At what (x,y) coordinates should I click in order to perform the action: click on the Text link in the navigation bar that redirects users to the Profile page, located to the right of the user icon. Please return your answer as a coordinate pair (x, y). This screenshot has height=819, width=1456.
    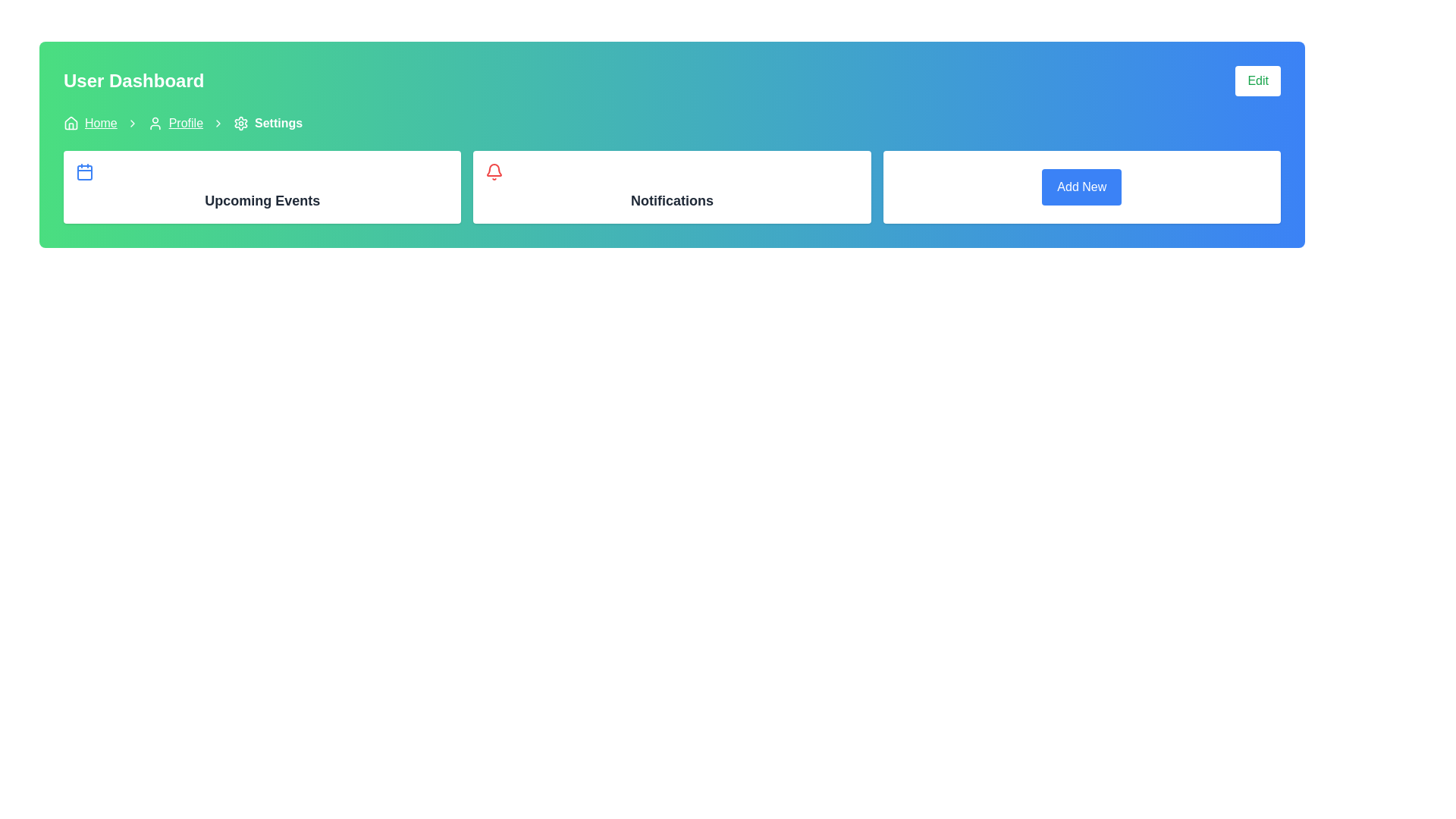
    Looking at the image, I should click on (185, 122).